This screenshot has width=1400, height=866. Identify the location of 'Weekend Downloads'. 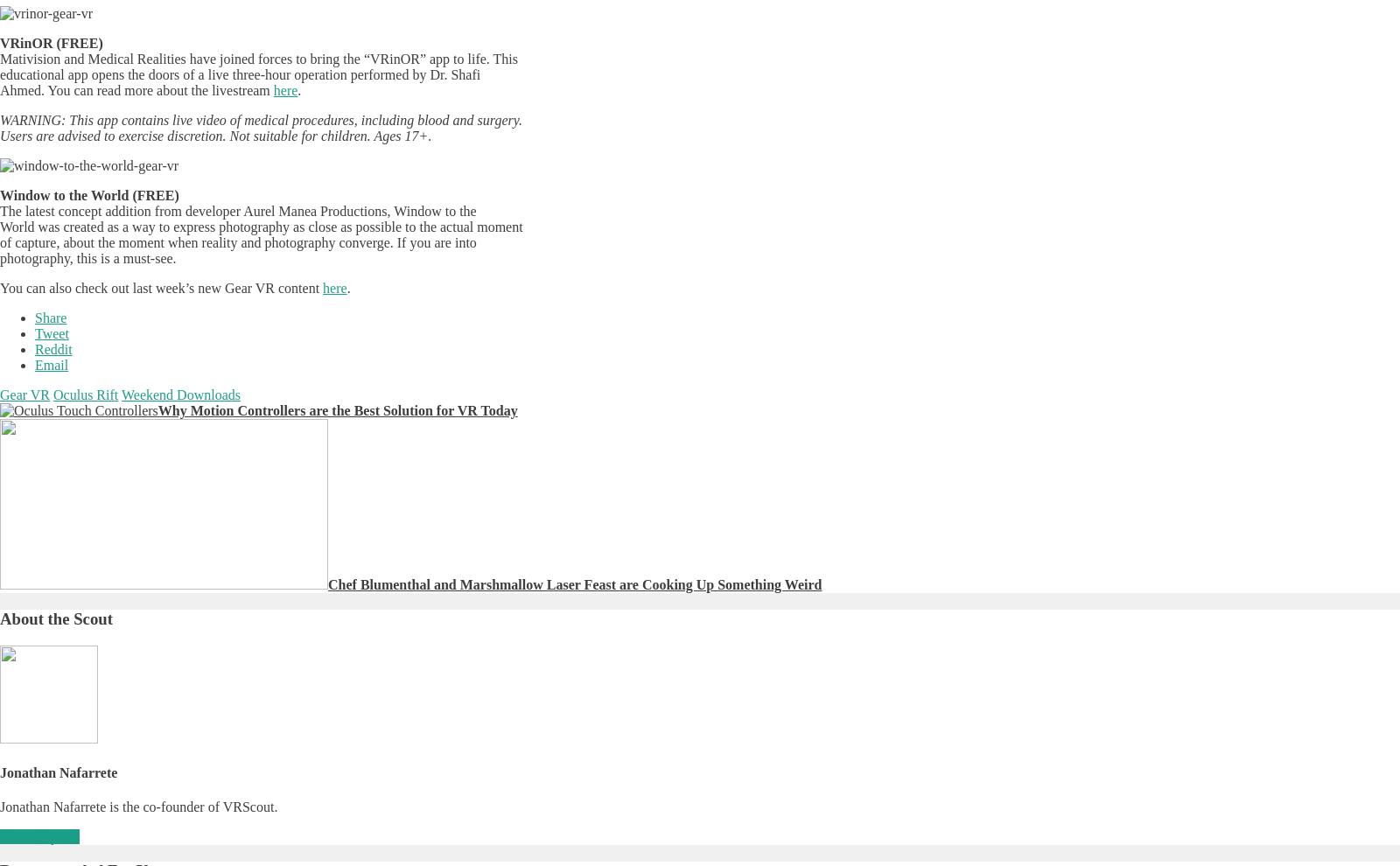
(180, 395).